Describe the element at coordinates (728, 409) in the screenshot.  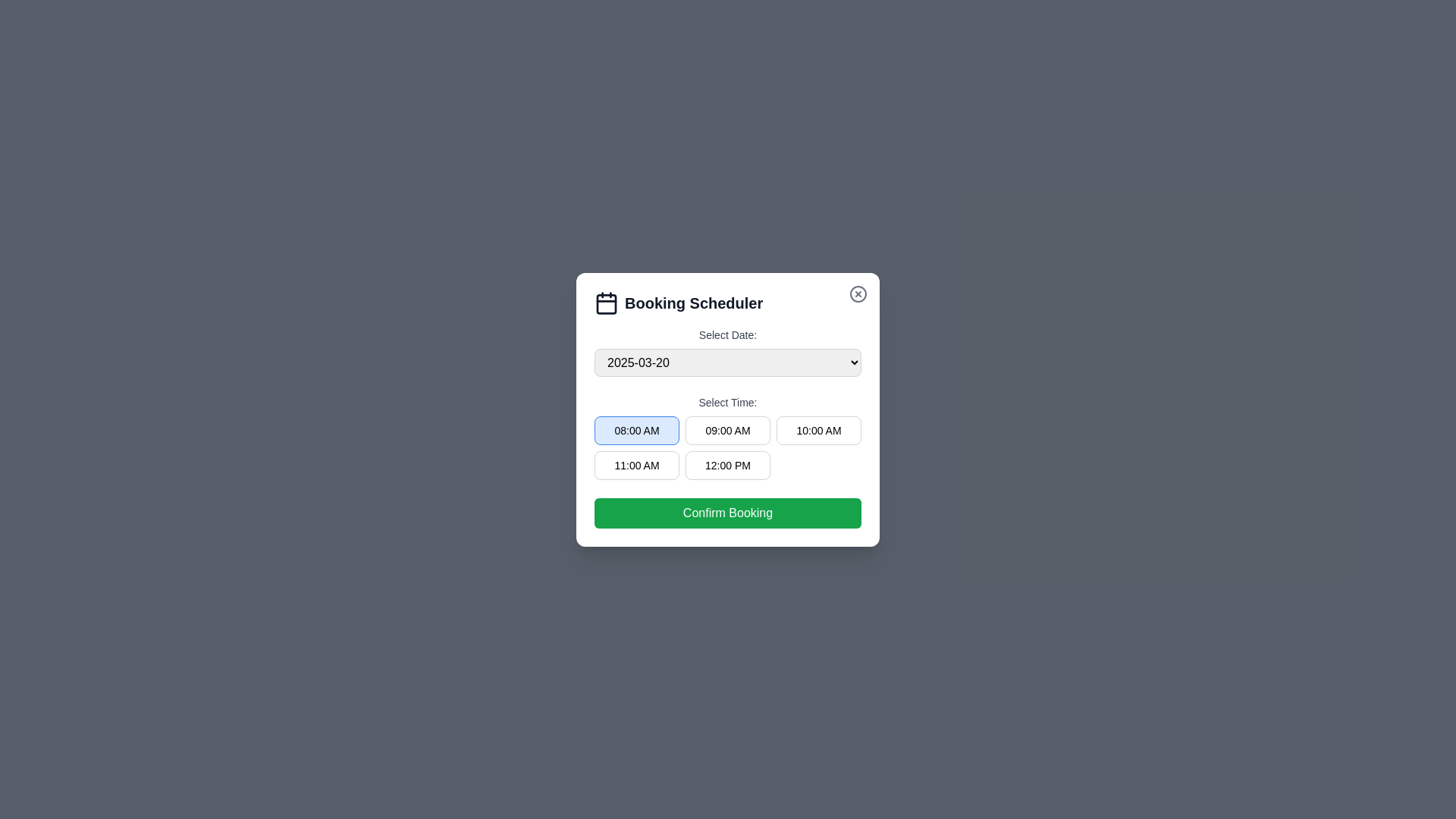
I see `the dropdown menu in the Booking Scheduler modal popup` at that location.